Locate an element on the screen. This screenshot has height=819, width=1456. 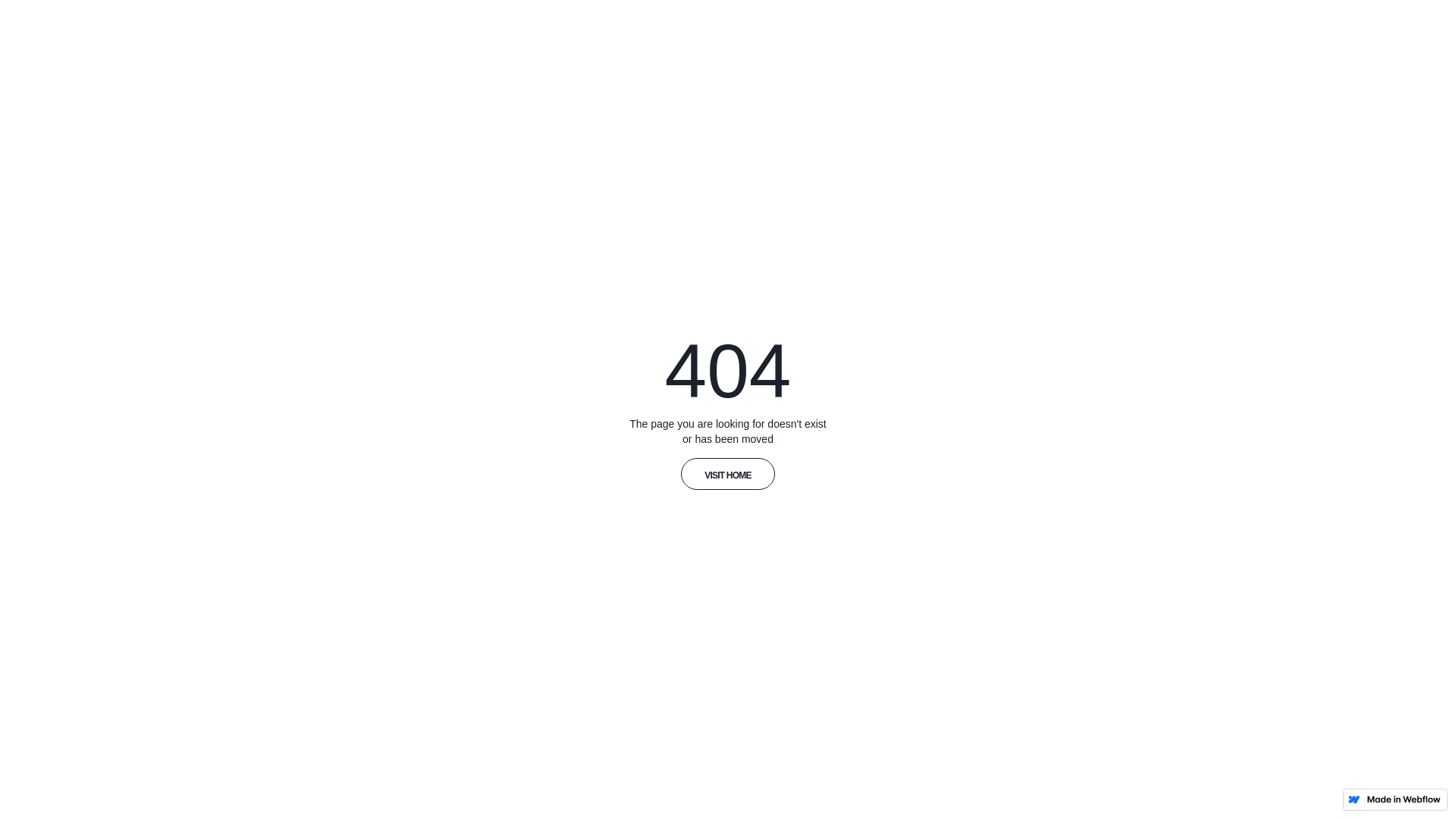
'VISIT HOME' is located at coordinates (726, 472).